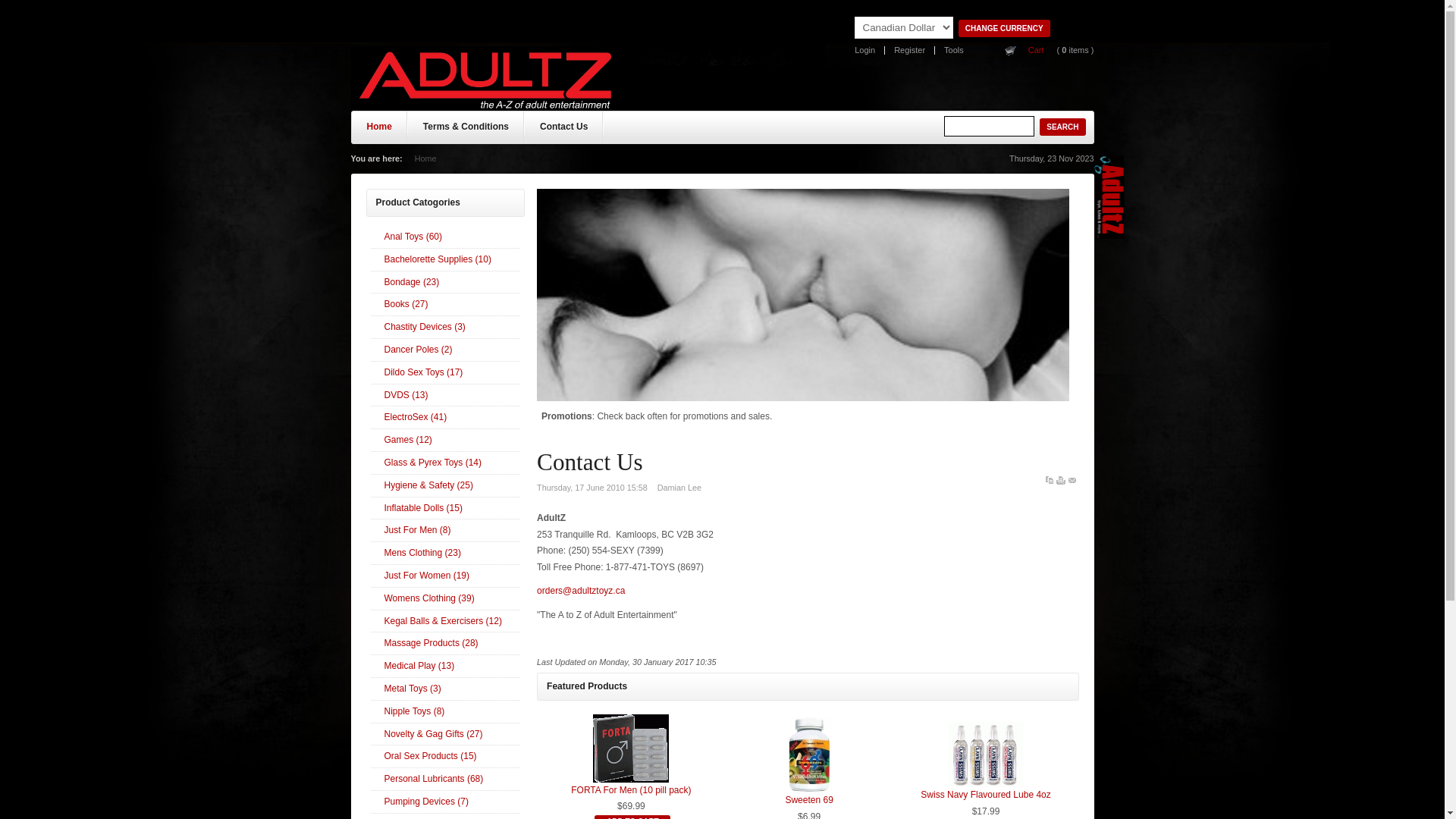 The image size is (1456, 819). I want to click on 'Inflatable Dolls (15)', so click(444, 509).